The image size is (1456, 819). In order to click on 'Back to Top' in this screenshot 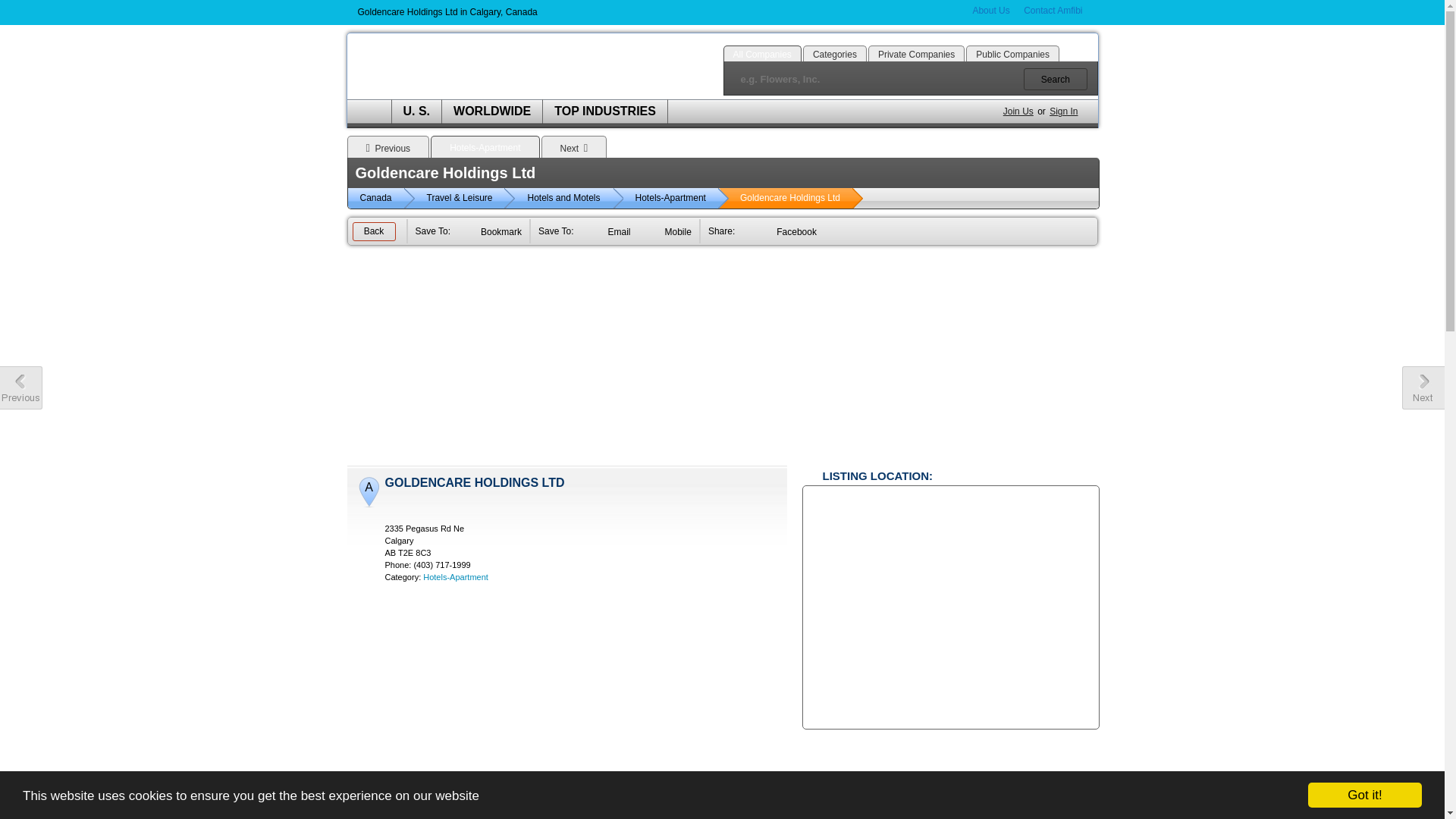, I will do `click(1422, 792)`.